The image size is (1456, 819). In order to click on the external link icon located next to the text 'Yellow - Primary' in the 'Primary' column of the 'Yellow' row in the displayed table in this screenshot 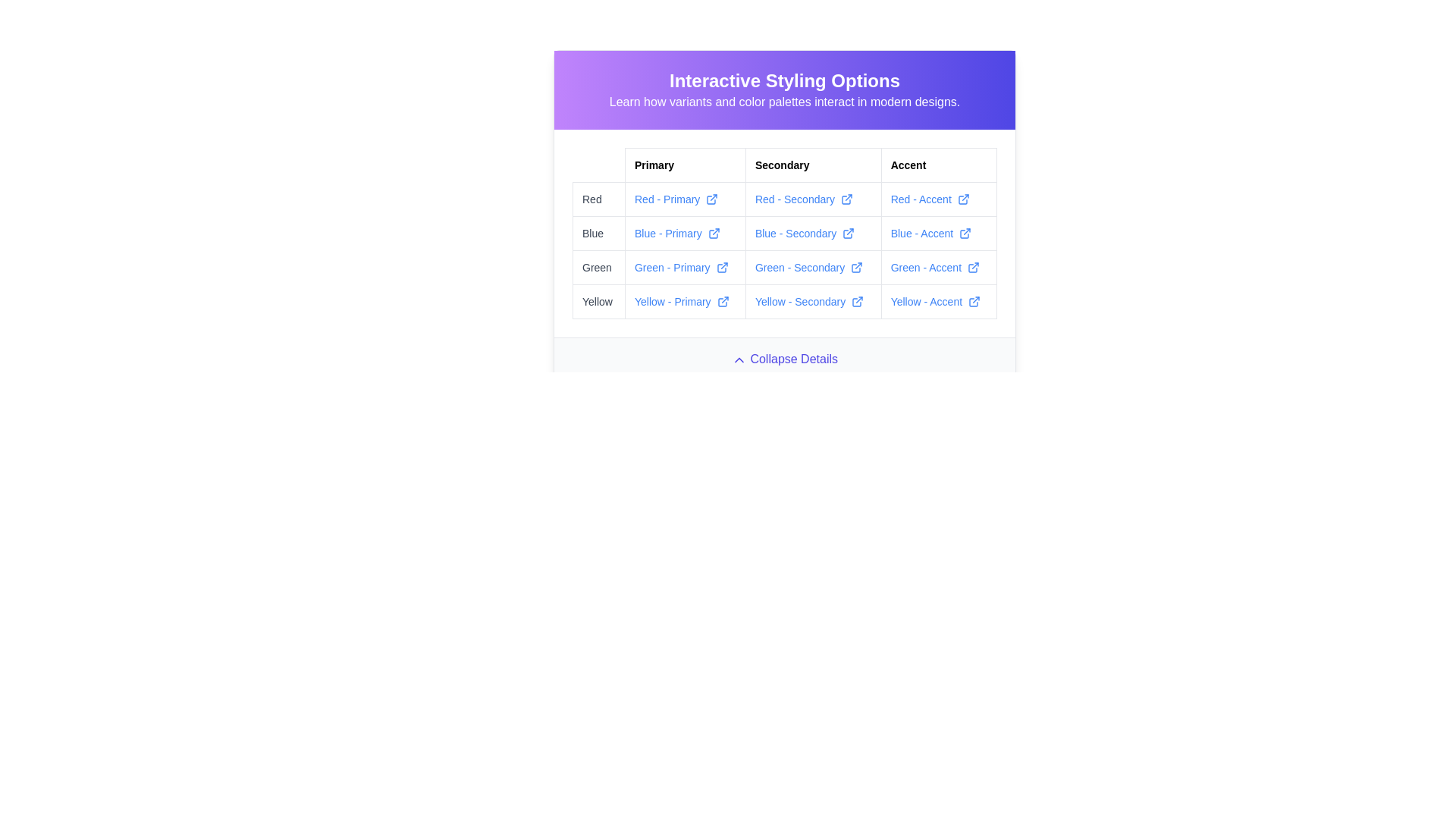, I will do `click(722, 301)`.